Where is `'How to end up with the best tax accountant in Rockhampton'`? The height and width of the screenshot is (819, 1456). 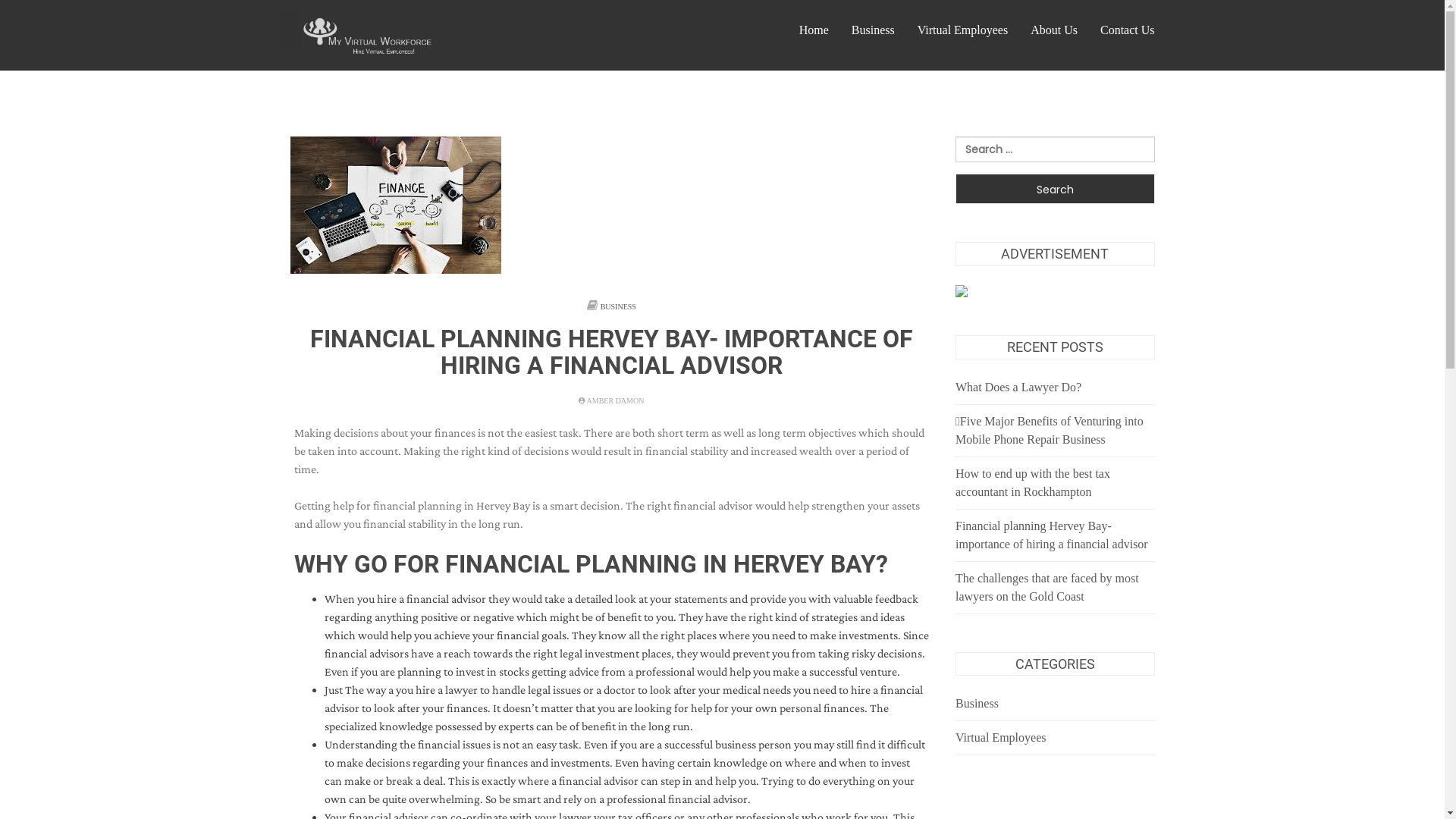 'How to end up with the best tax accountant in Rockhampton' is located at coordinates (1032, 482).